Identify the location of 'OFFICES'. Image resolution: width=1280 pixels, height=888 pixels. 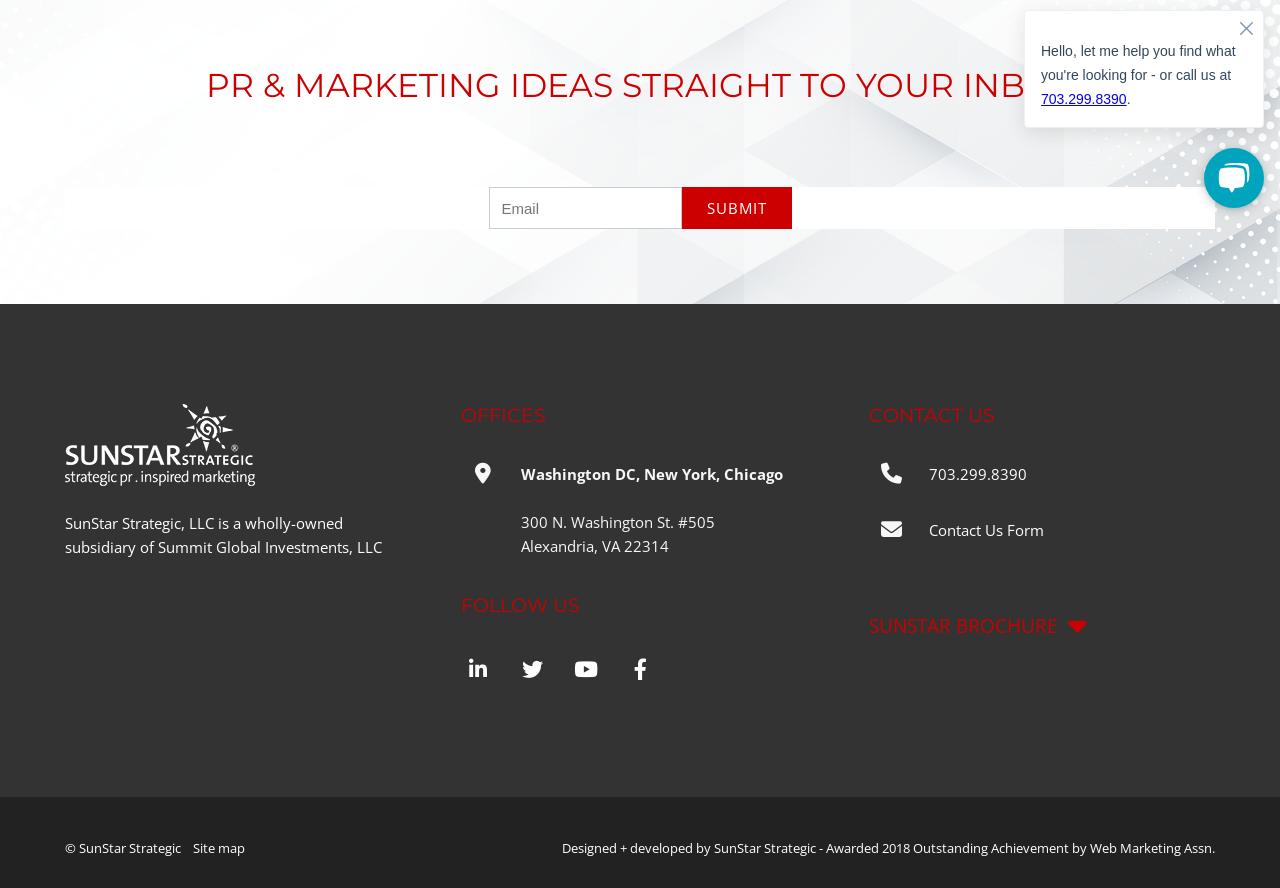
(503, 414).